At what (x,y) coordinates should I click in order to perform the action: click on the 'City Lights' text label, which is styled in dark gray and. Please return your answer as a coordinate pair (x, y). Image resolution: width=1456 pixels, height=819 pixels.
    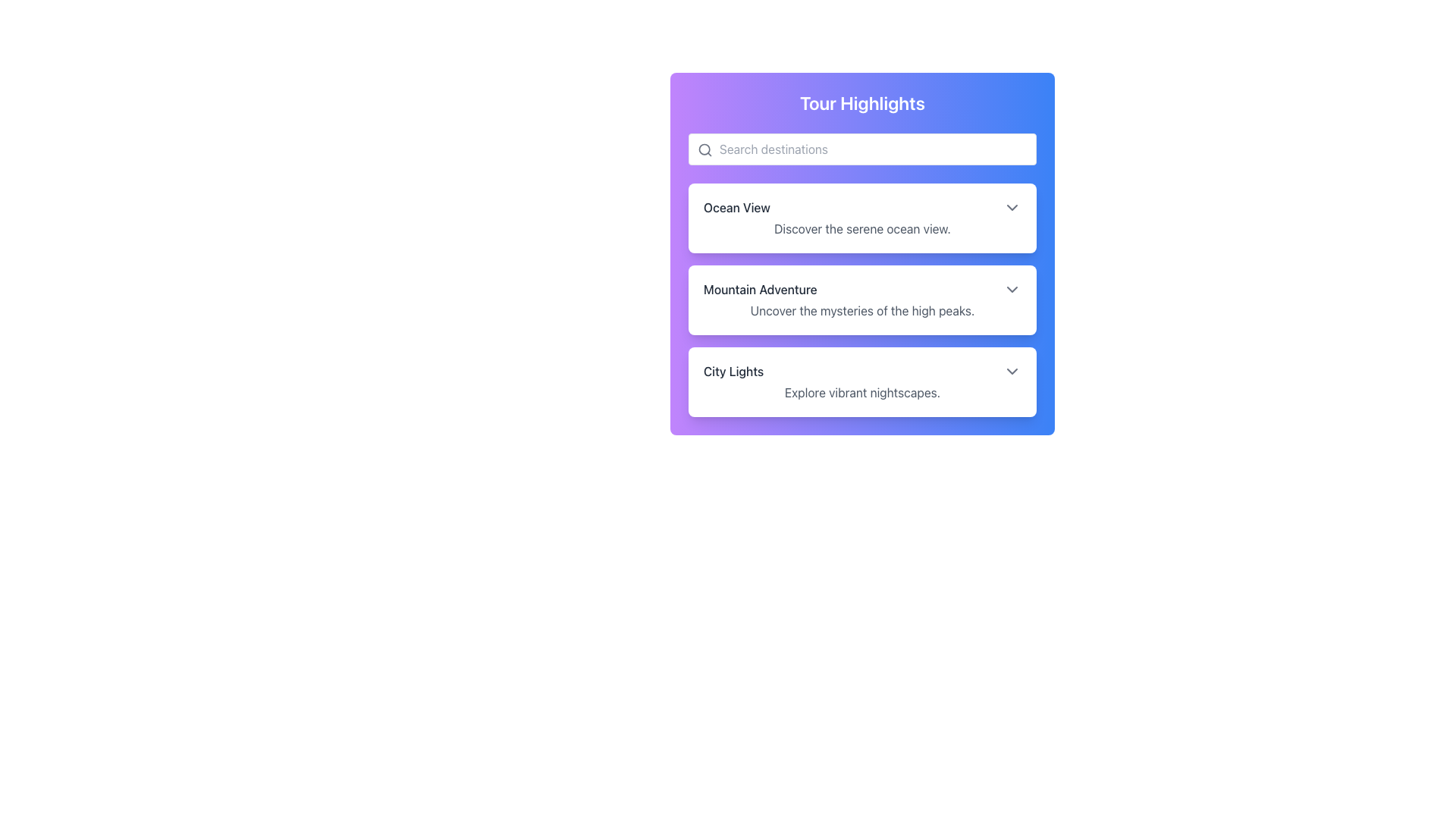
    Looking at the image, I should click on (733, 371).